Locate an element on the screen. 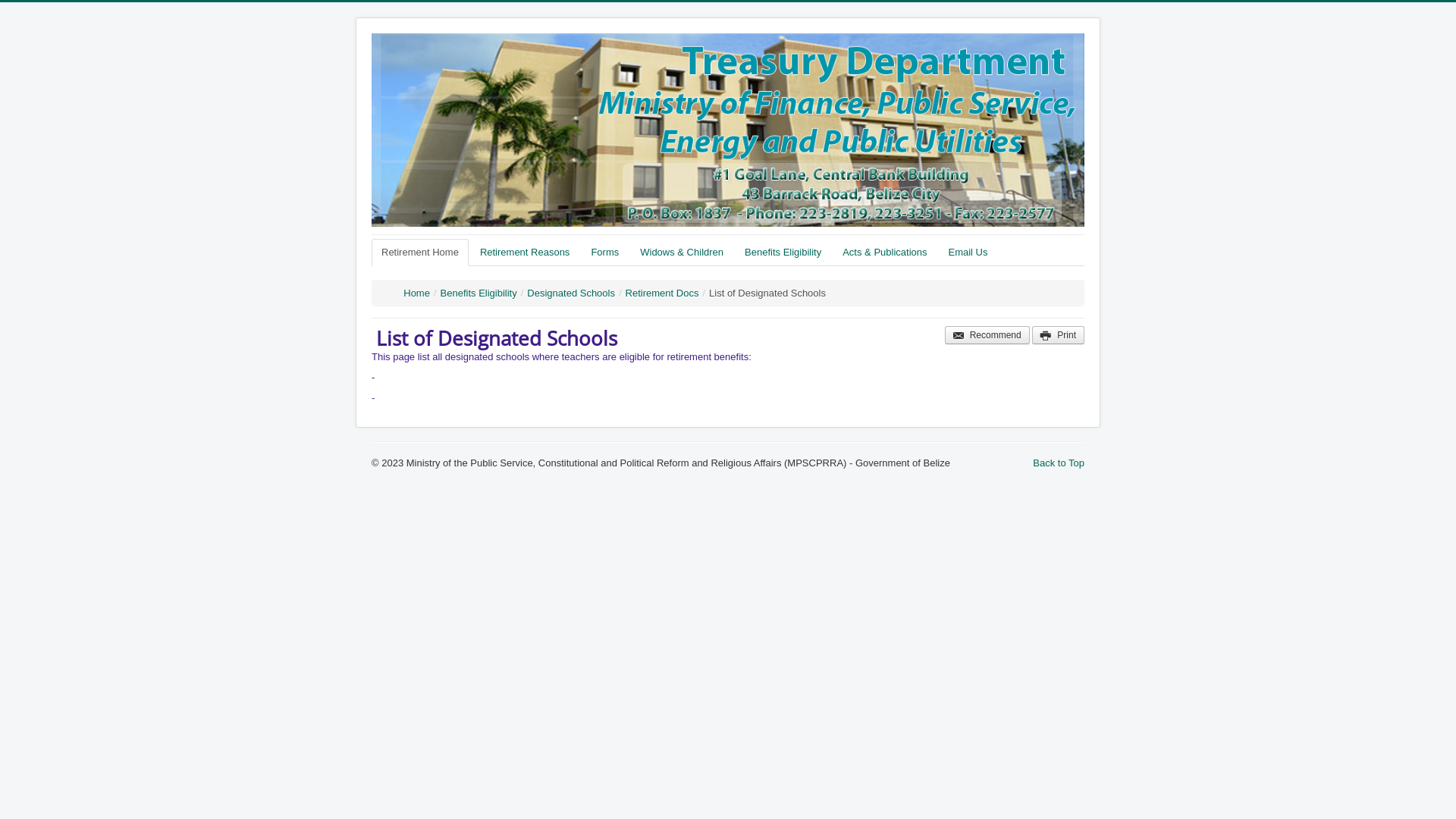  'Retirement Home' is located at coordinates (419, 251).